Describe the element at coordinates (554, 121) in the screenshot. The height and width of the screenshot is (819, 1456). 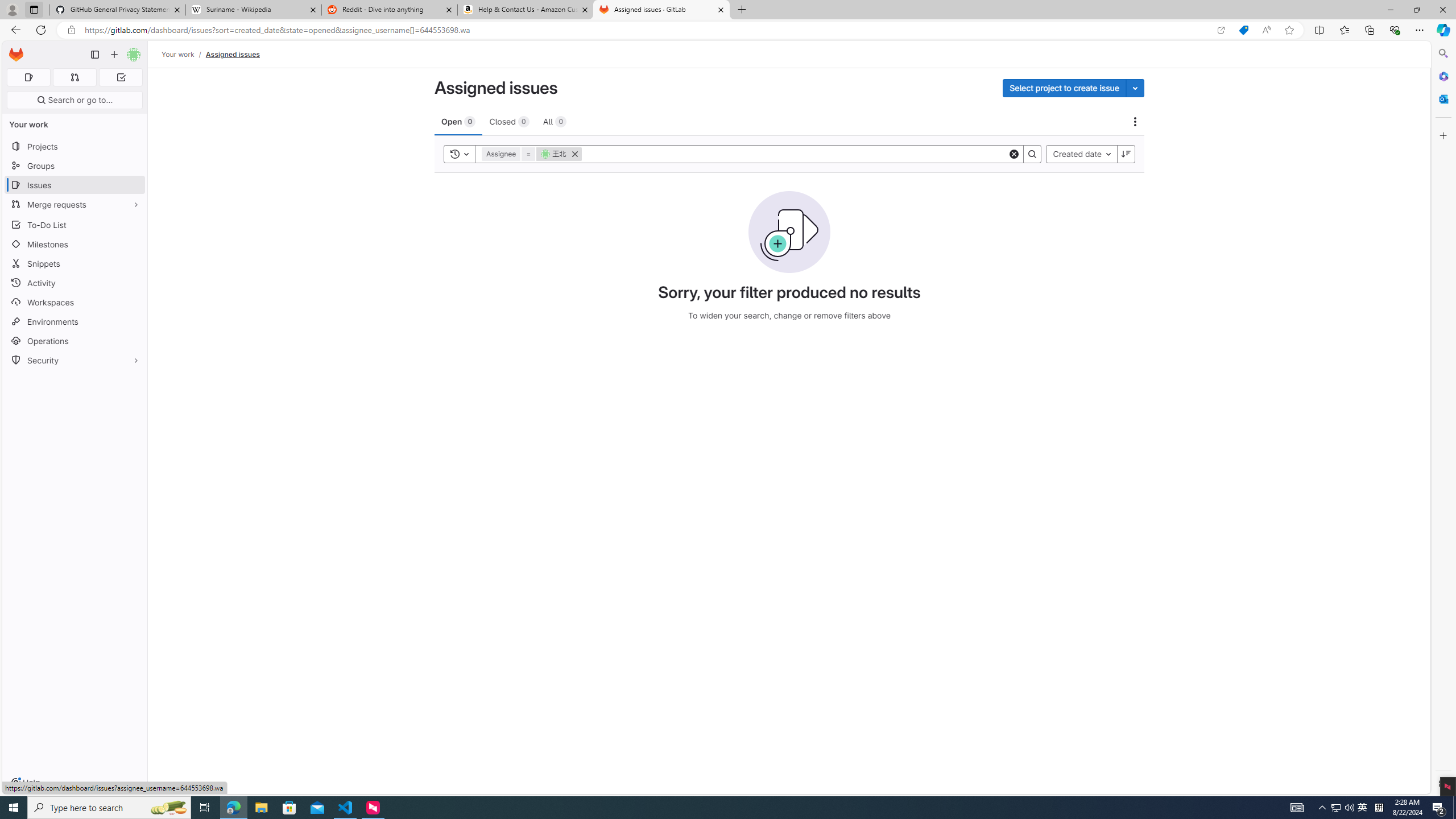
I see `'All 0'` at that location.